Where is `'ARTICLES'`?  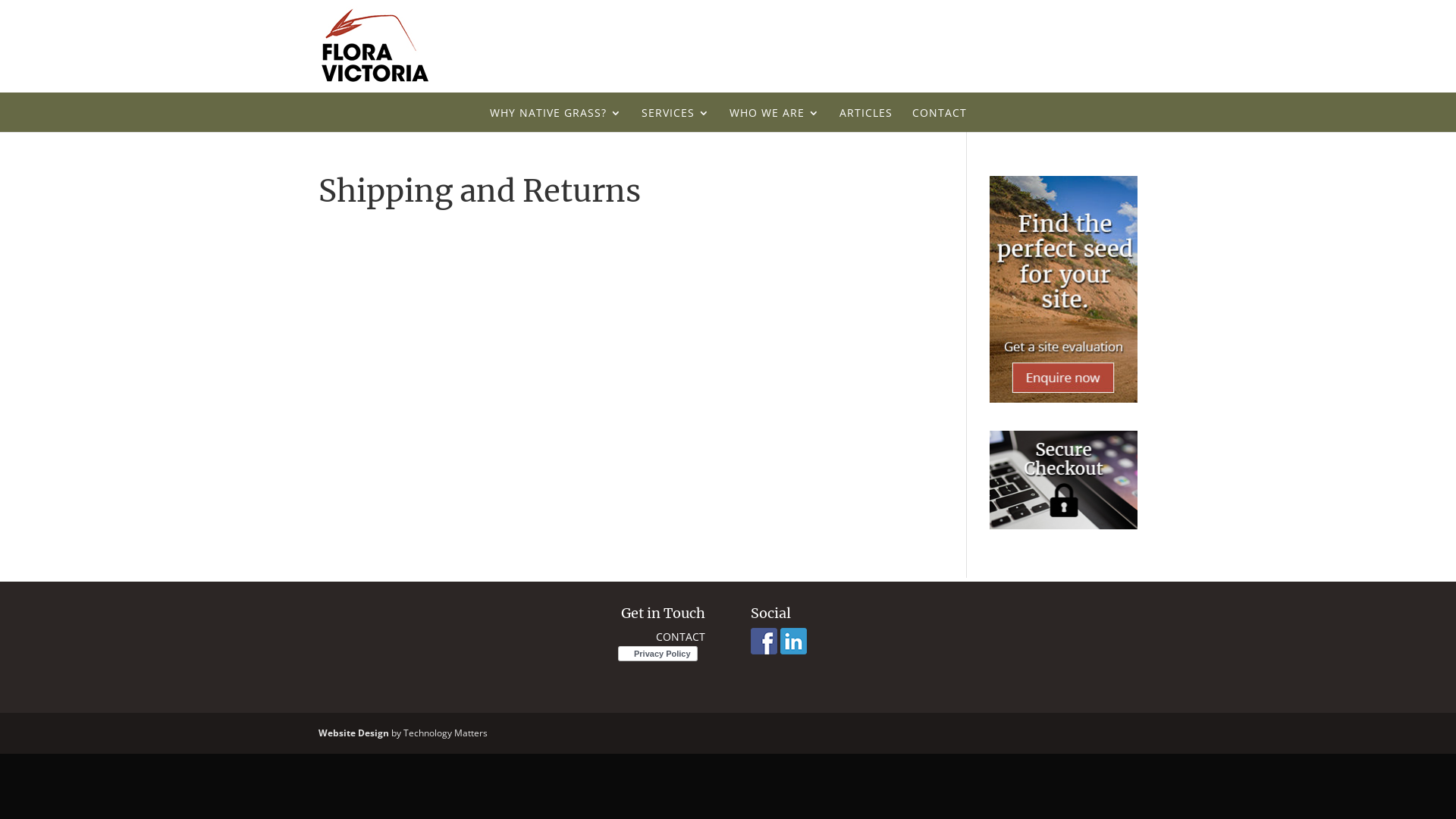
'ARTICLES' is located at coordinates (865, 119).